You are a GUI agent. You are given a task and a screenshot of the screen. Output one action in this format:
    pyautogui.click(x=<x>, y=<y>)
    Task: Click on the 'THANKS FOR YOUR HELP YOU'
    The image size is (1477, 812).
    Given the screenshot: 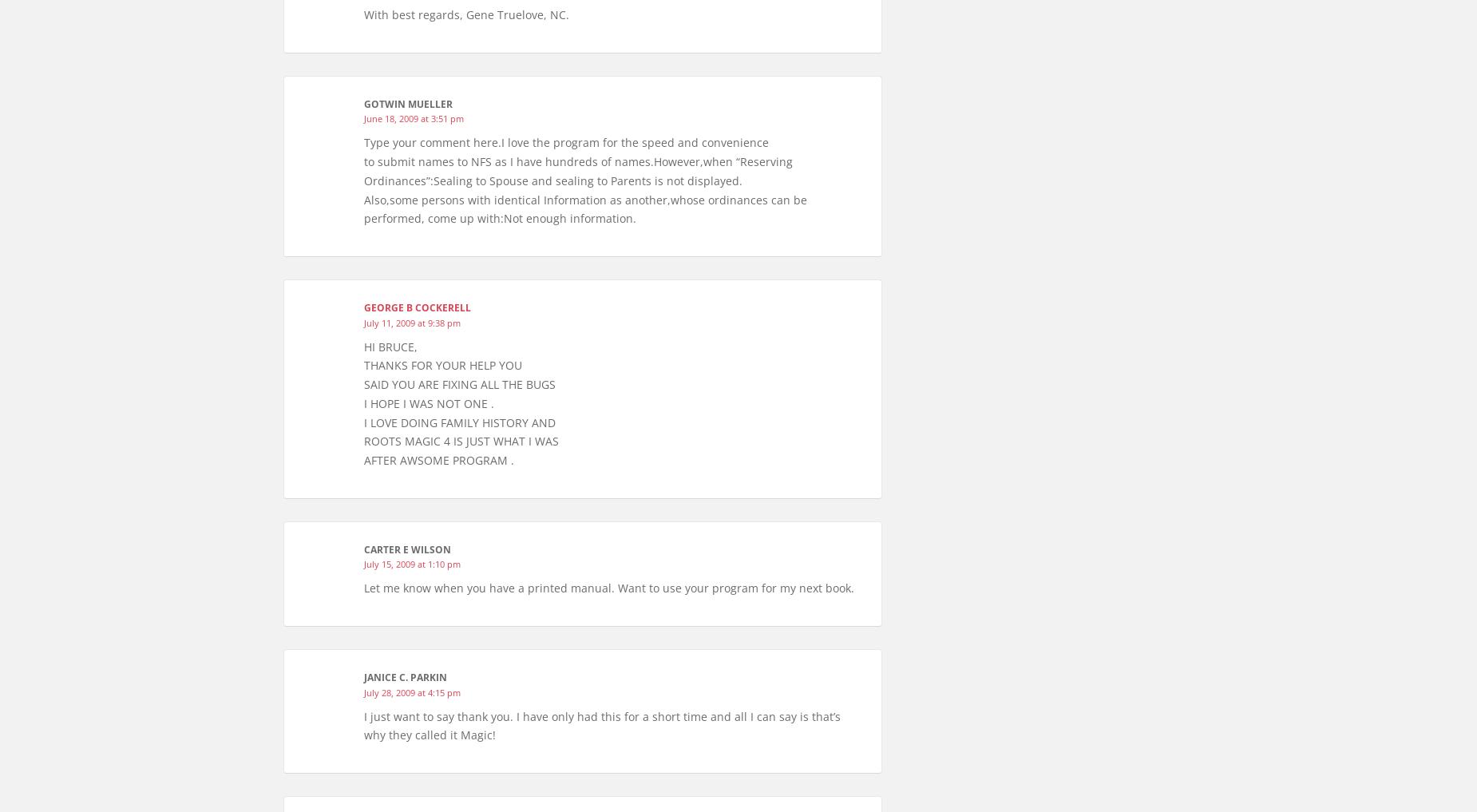 What is the action you would take?
    pyautogui.click(x=363, y=364)
    